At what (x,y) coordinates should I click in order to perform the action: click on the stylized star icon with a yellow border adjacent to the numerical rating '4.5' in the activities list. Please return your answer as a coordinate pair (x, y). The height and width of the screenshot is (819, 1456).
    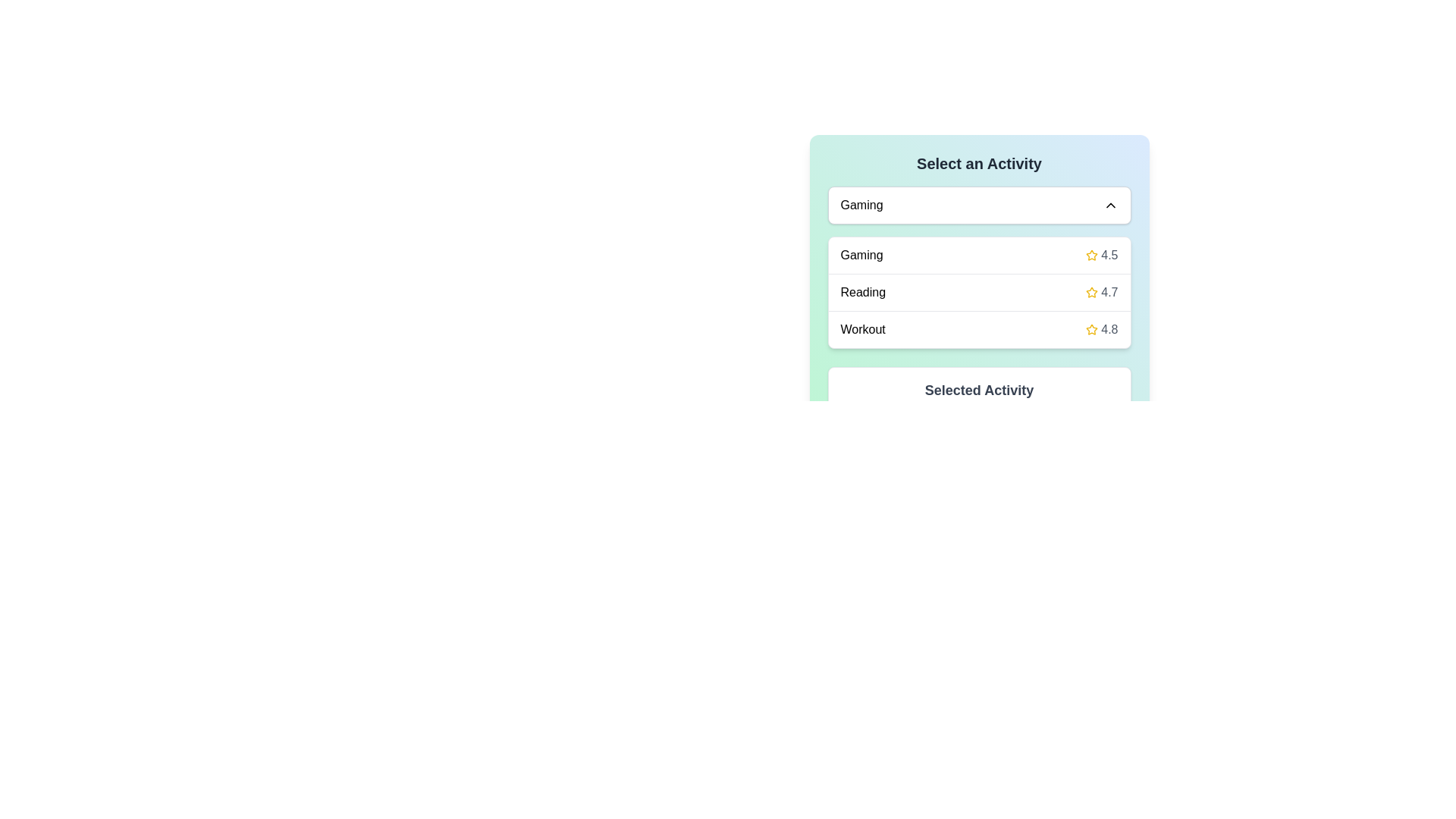
    Looking at the image, I should click on (1092, 254).